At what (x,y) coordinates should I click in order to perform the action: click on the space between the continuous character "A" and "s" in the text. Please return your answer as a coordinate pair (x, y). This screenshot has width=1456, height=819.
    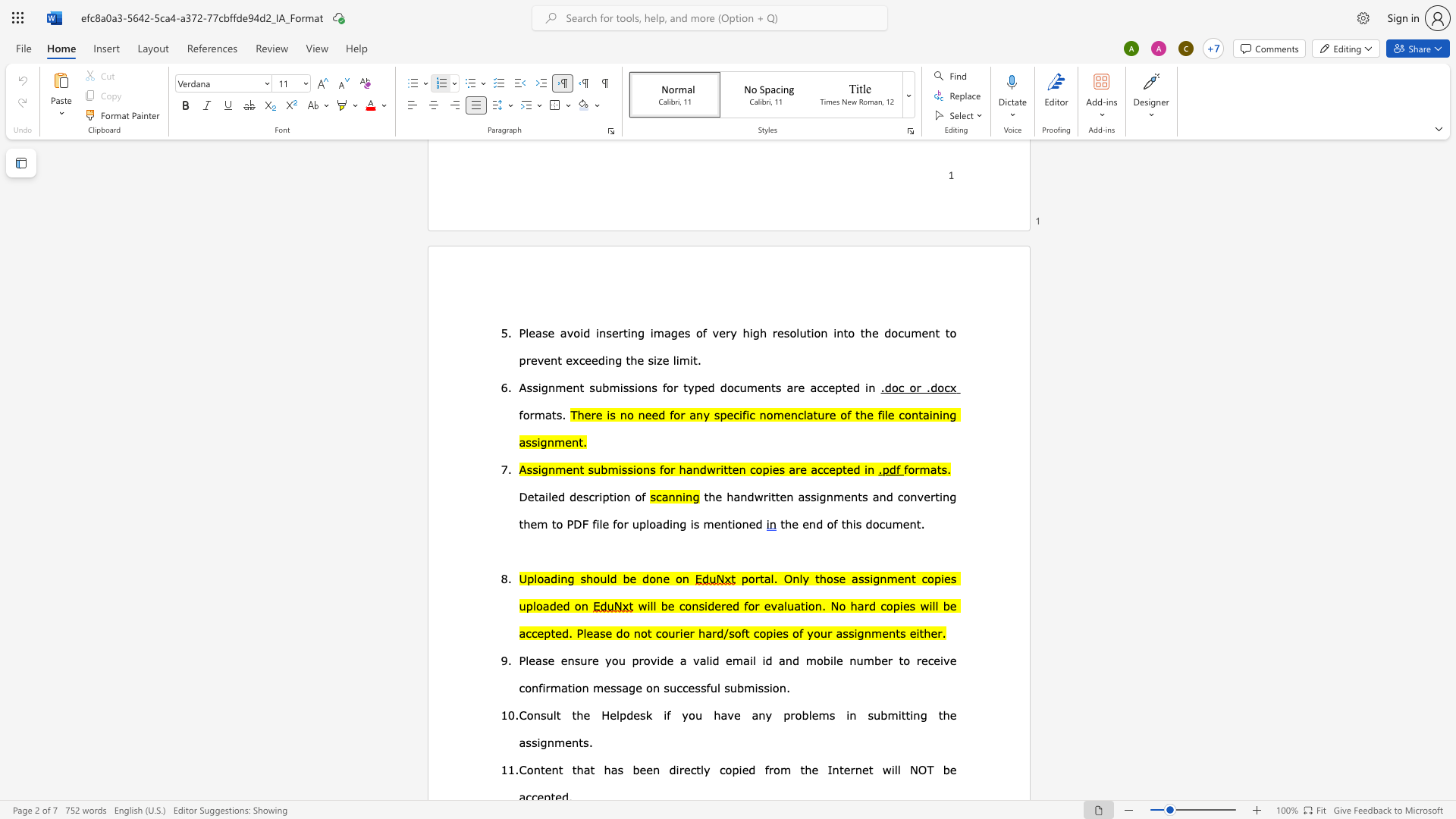
    Looking at the image, I should click on (526, 468).